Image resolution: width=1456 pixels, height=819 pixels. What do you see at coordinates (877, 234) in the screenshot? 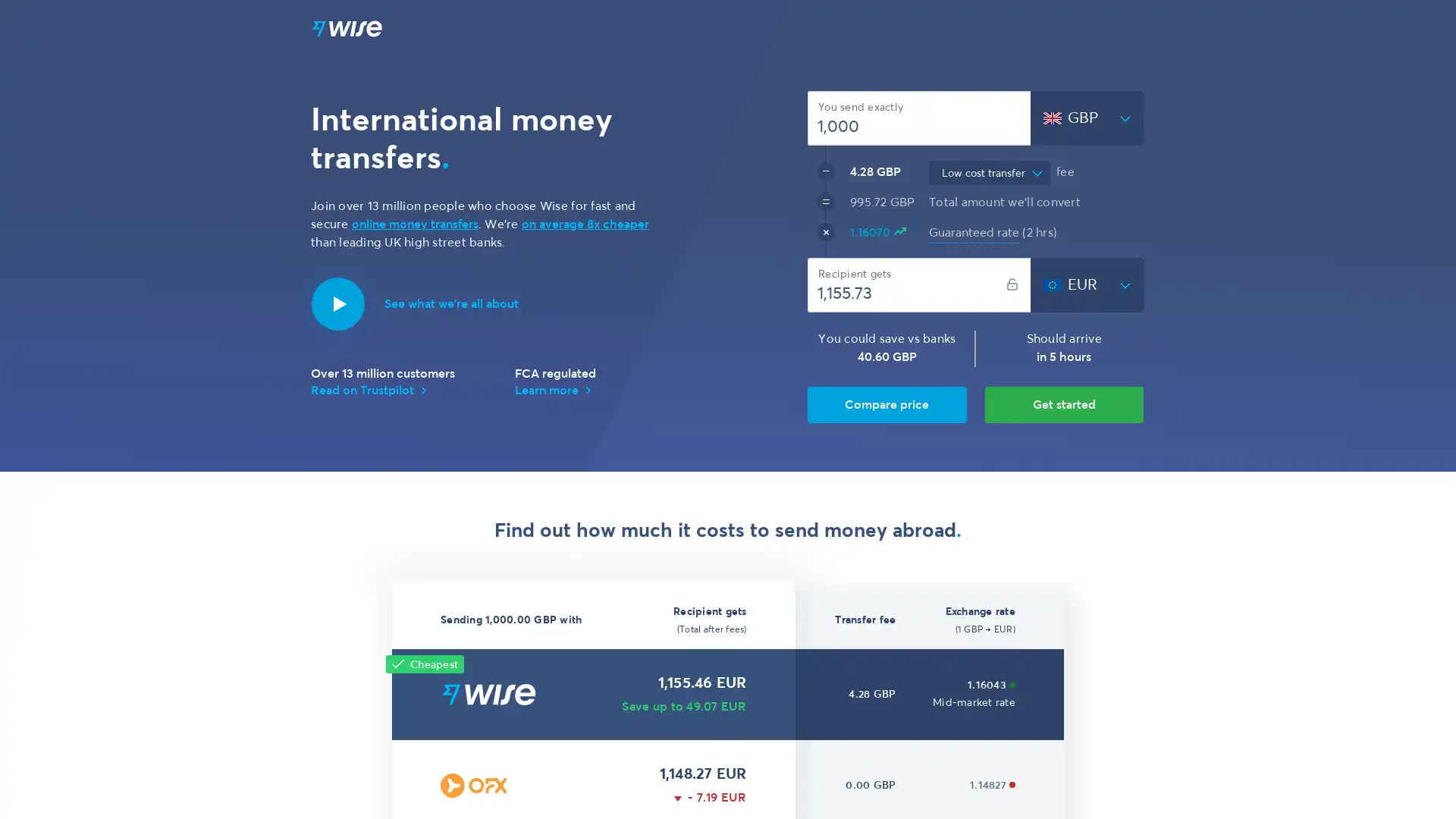
I see `1.16070` at bounding box center [877, 234].